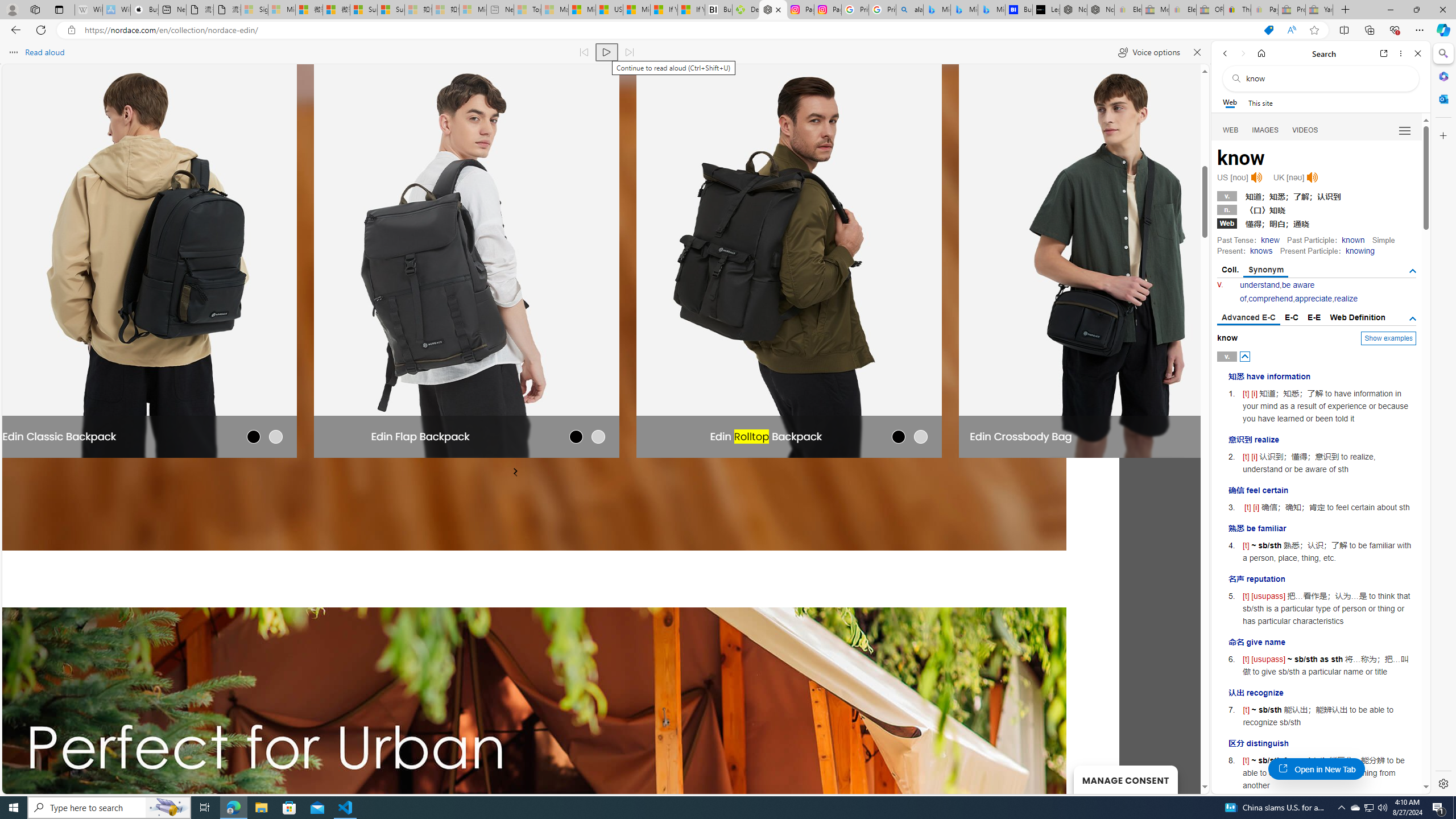 The image size is (1456, 819). I want to click on 'AutomationID: posbtn_0', so click(1245, 357).